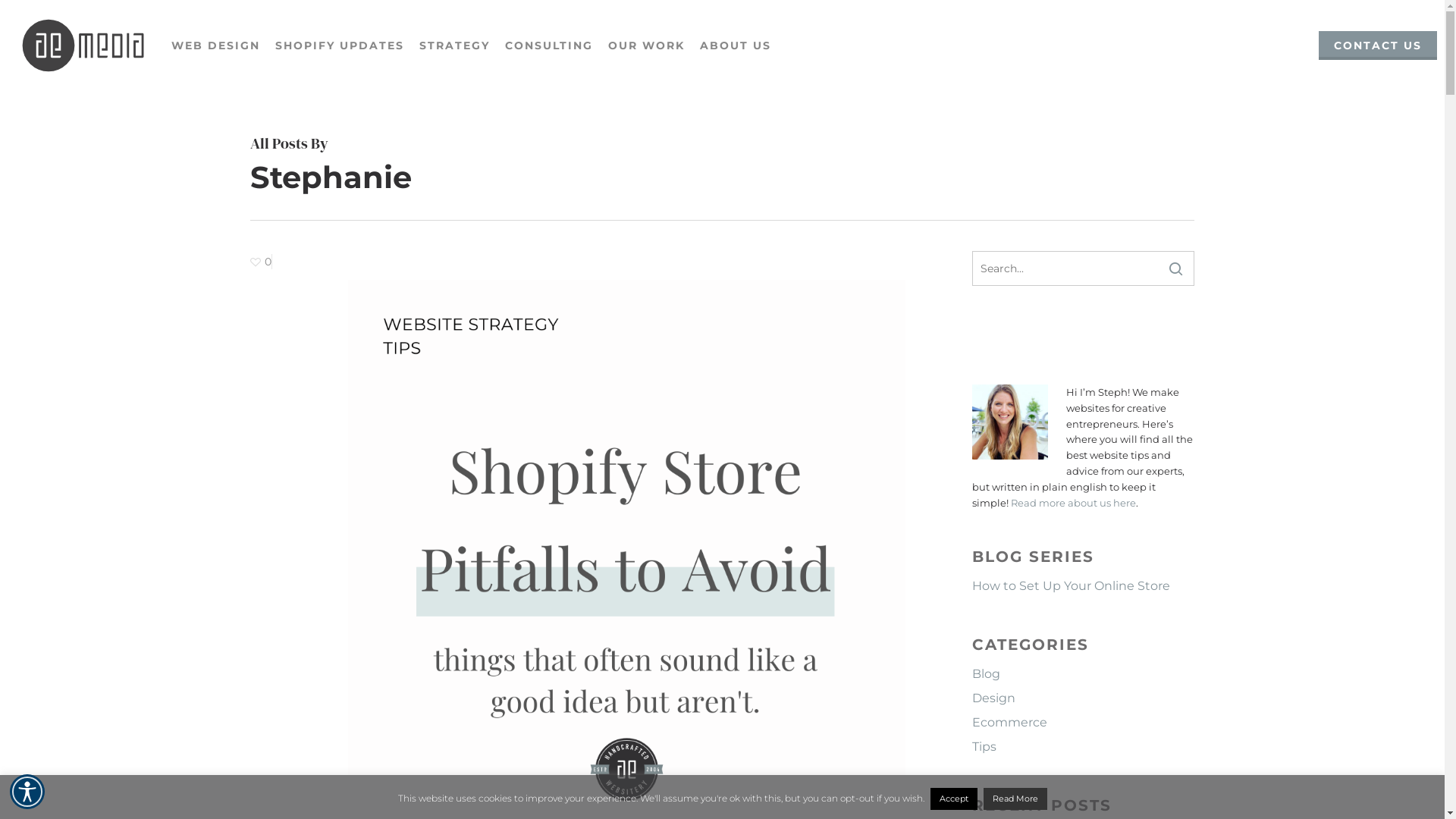 The height and width of the screenshot is (819, 1456). Describe the element at coordinates (952, 798) in the screenshot. I see `'Accept'` at that location.